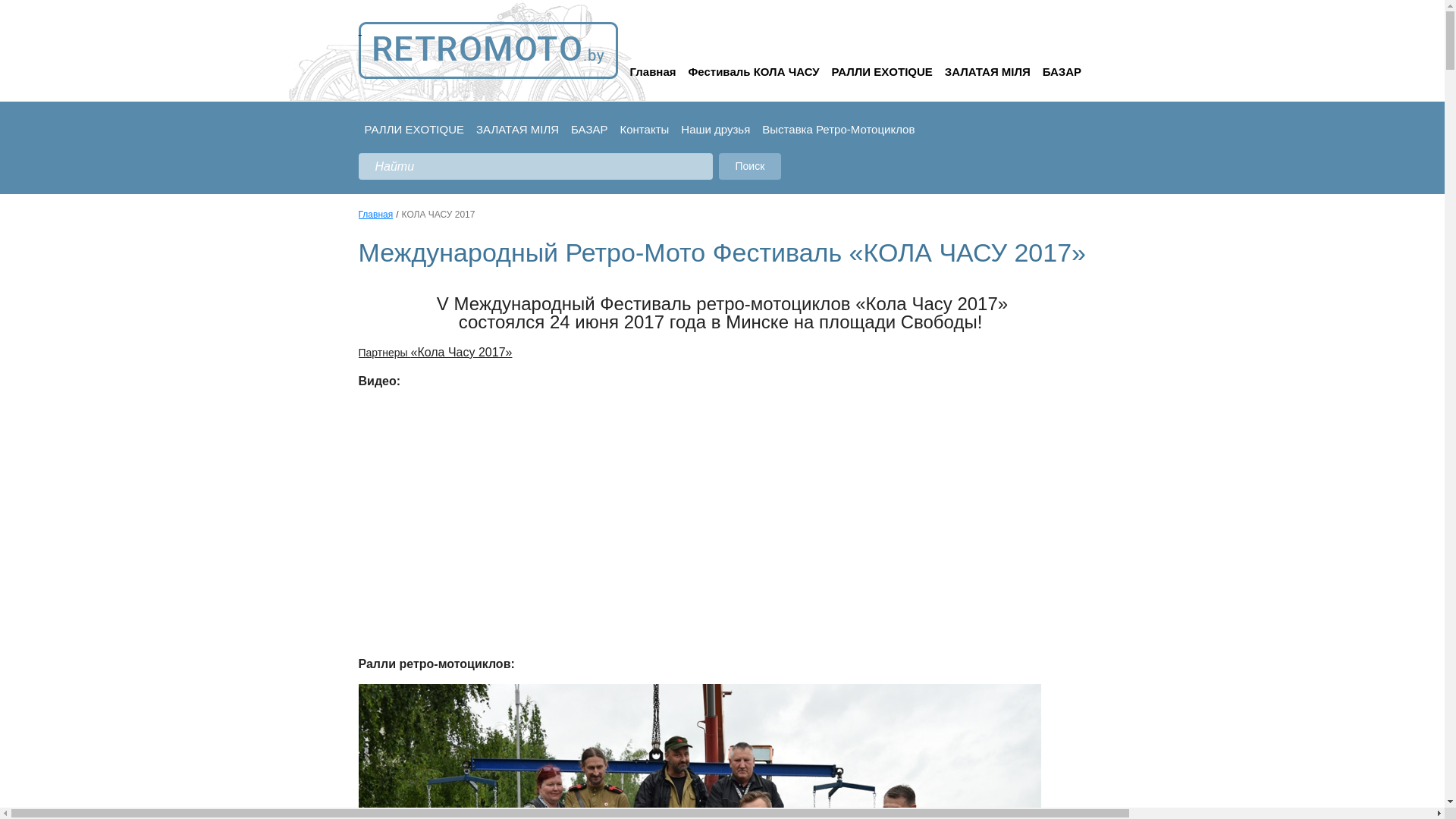 The height and width of the screenshot is (819, 1456). Describe the element at coordinates (488, 49) in the screenshot. I see `' '` at that location.